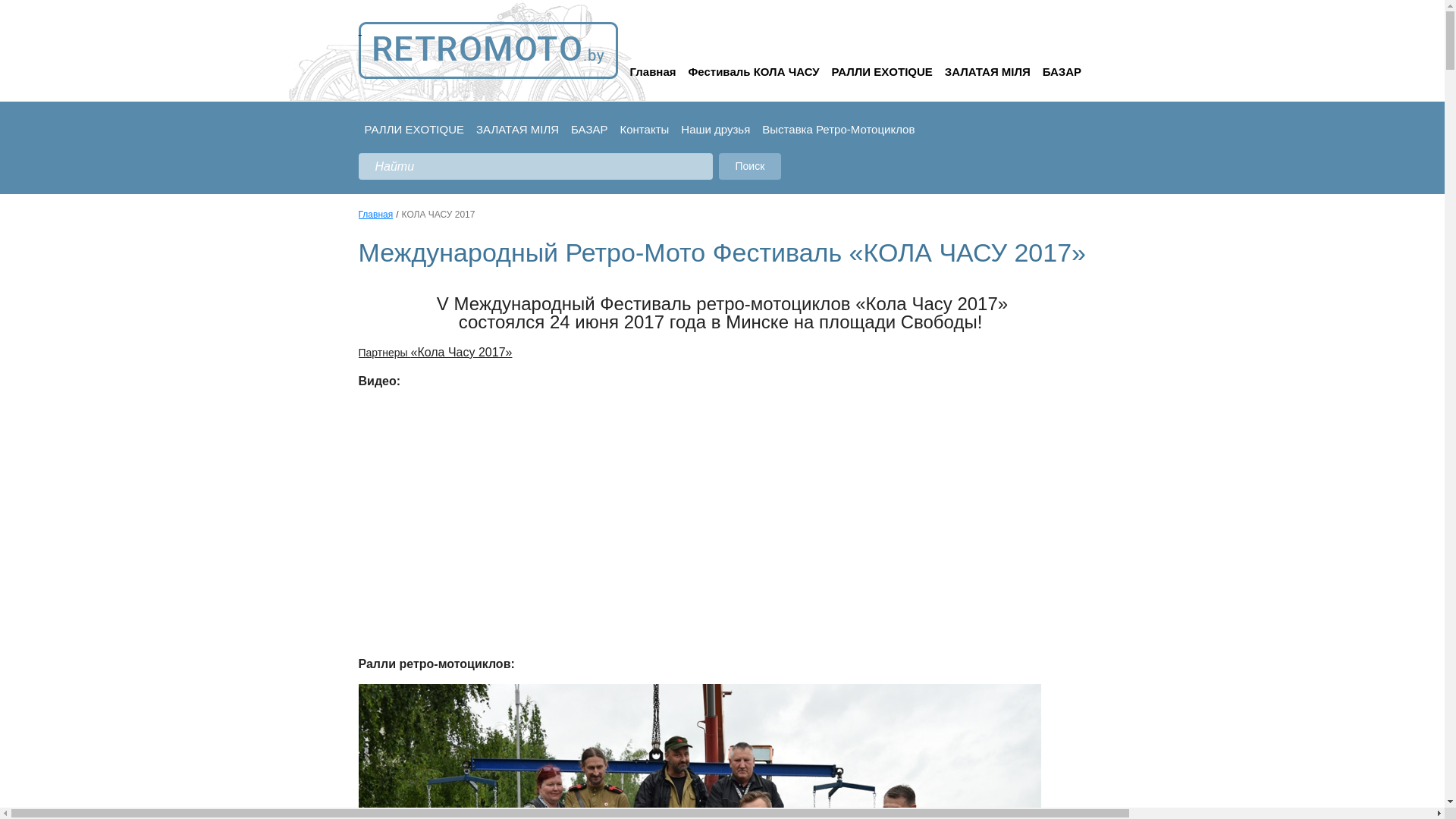 The height and width of the screenshot is (819, 1456). Describe the element at coordinates (488, 49) in the screenshot. I see `' '` at that location.